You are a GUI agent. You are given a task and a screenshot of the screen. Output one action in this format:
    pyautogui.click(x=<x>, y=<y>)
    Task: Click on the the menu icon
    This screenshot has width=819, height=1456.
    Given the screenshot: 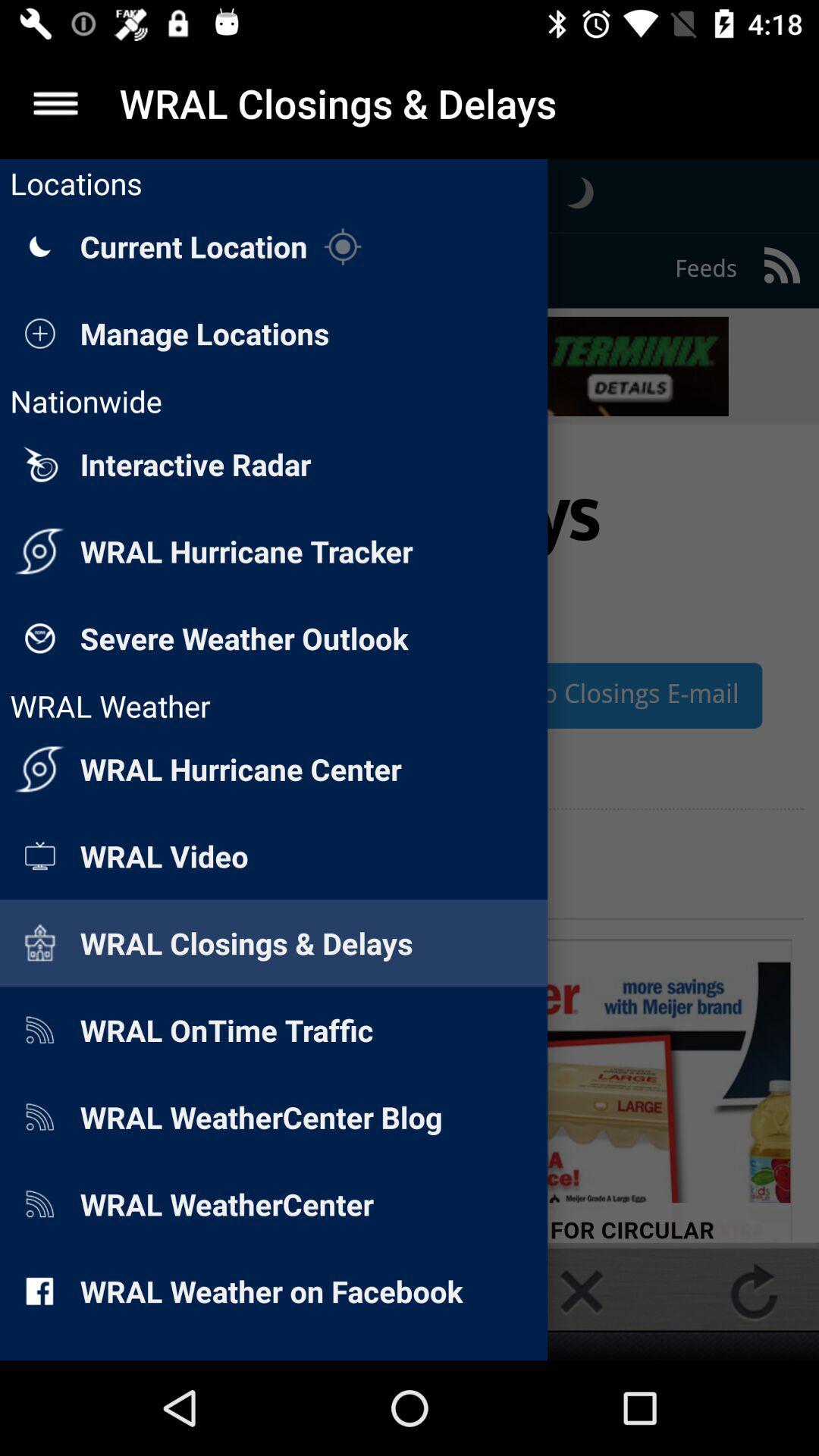 What is the action you would take?
    pyautogui.click(x=55, y=102)
    